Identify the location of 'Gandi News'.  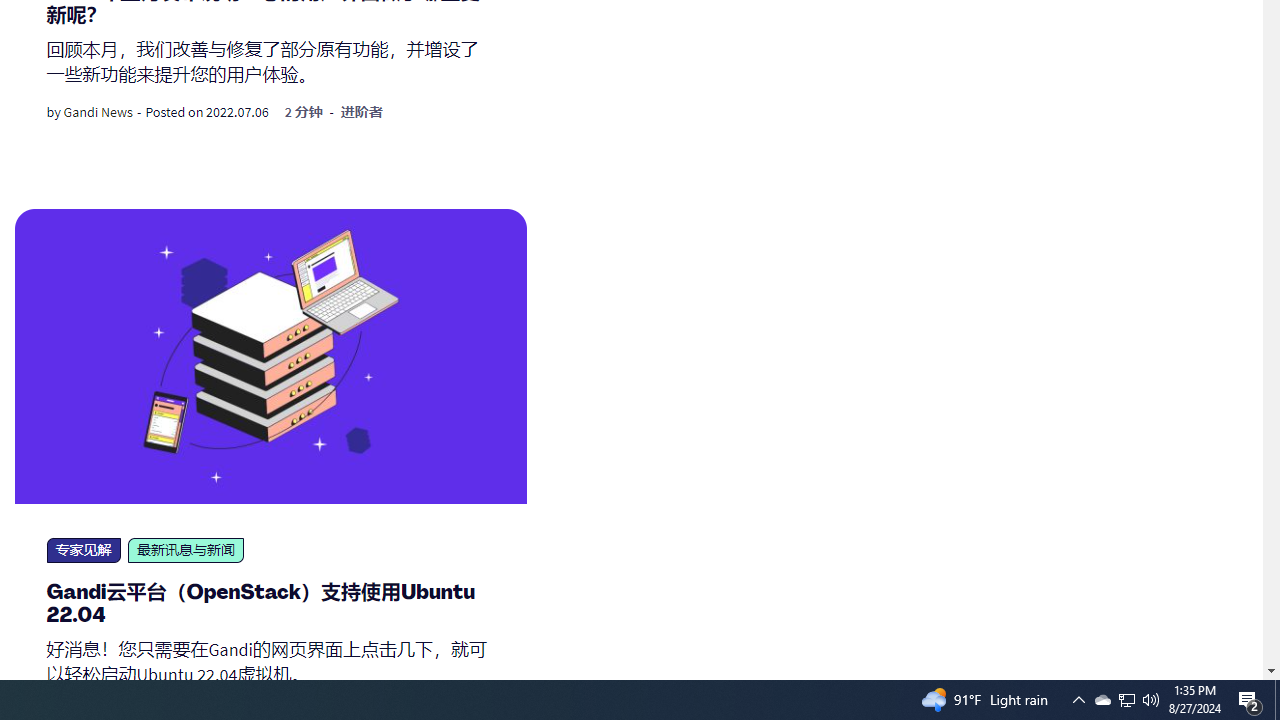
(96, 112).